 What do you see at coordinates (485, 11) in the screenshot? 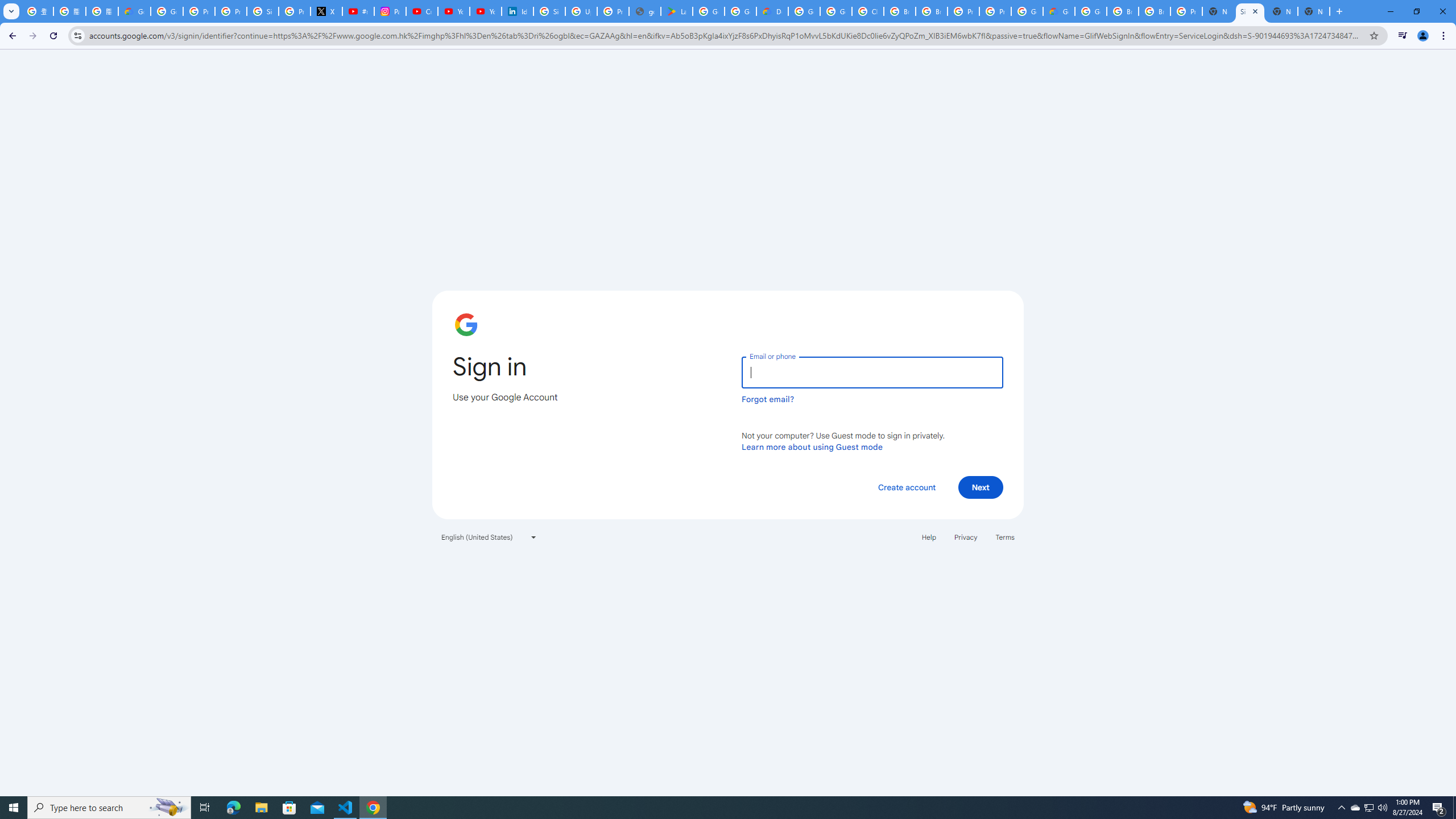
I see `'YouTube Culture & Trends - YouTube Top 10, 2021'` at bounding box center [485, 11].